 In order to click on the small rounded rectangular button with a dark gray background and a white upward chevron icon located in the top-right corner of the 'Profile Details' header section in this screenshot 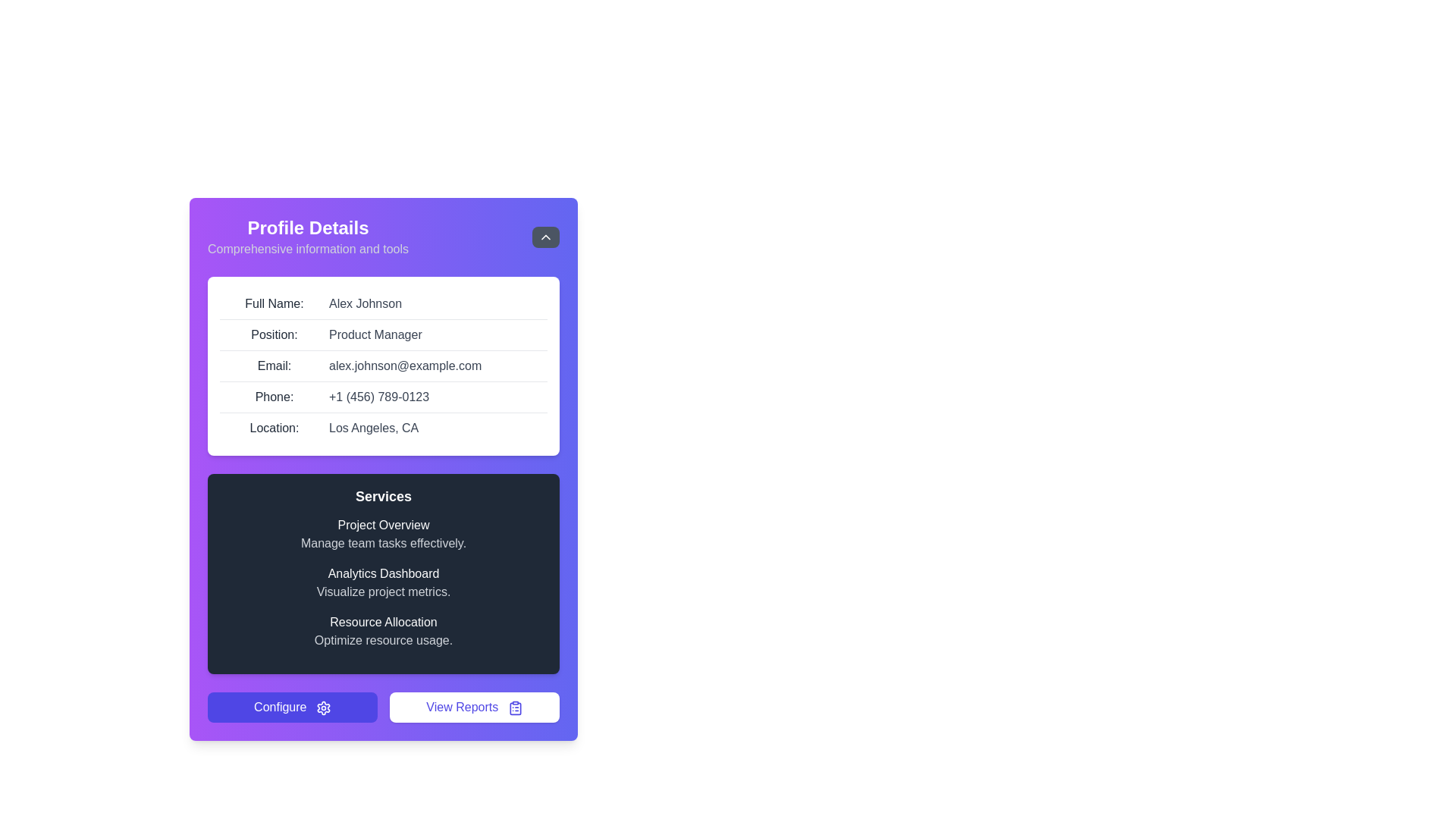, I will do `click(546, 237)`.